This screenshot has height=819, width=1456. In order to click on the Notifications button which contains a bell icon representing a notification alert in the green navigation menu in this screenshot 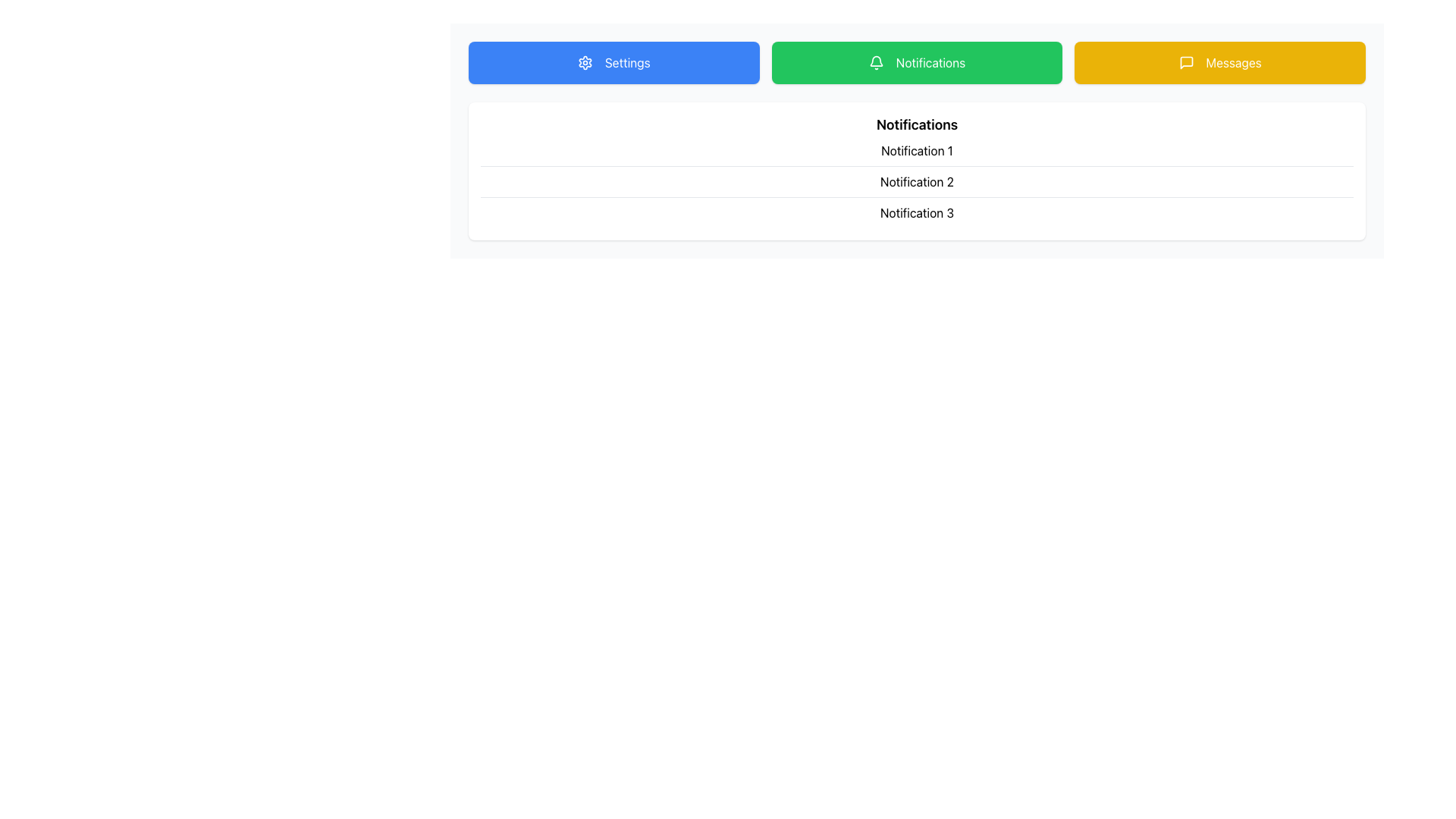, I will do `click(876, 60)`.